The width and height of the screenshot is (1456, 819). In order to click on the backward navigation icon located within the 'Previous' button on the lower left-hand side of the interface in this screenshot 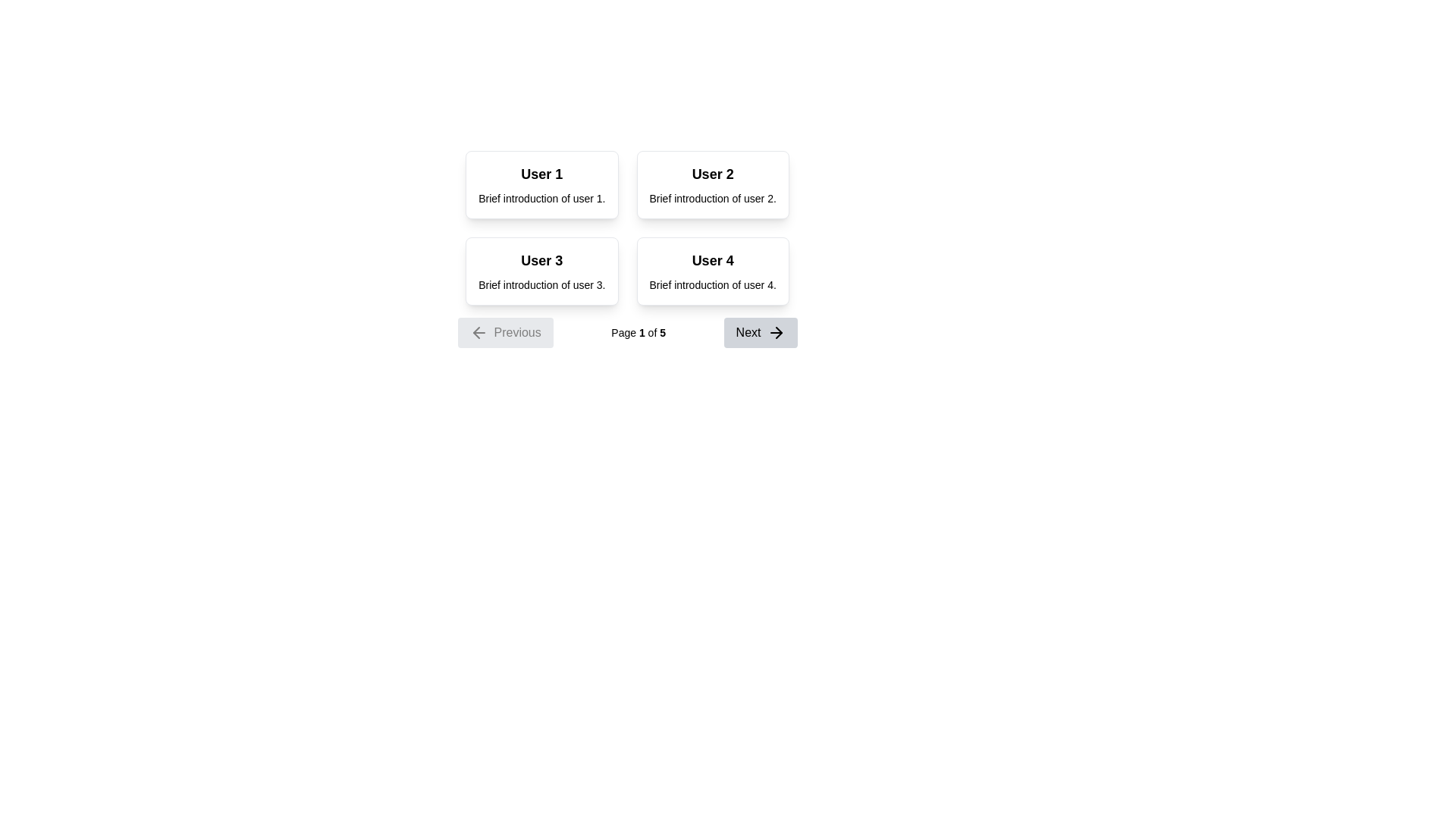, I will do `click(475, 332)`.